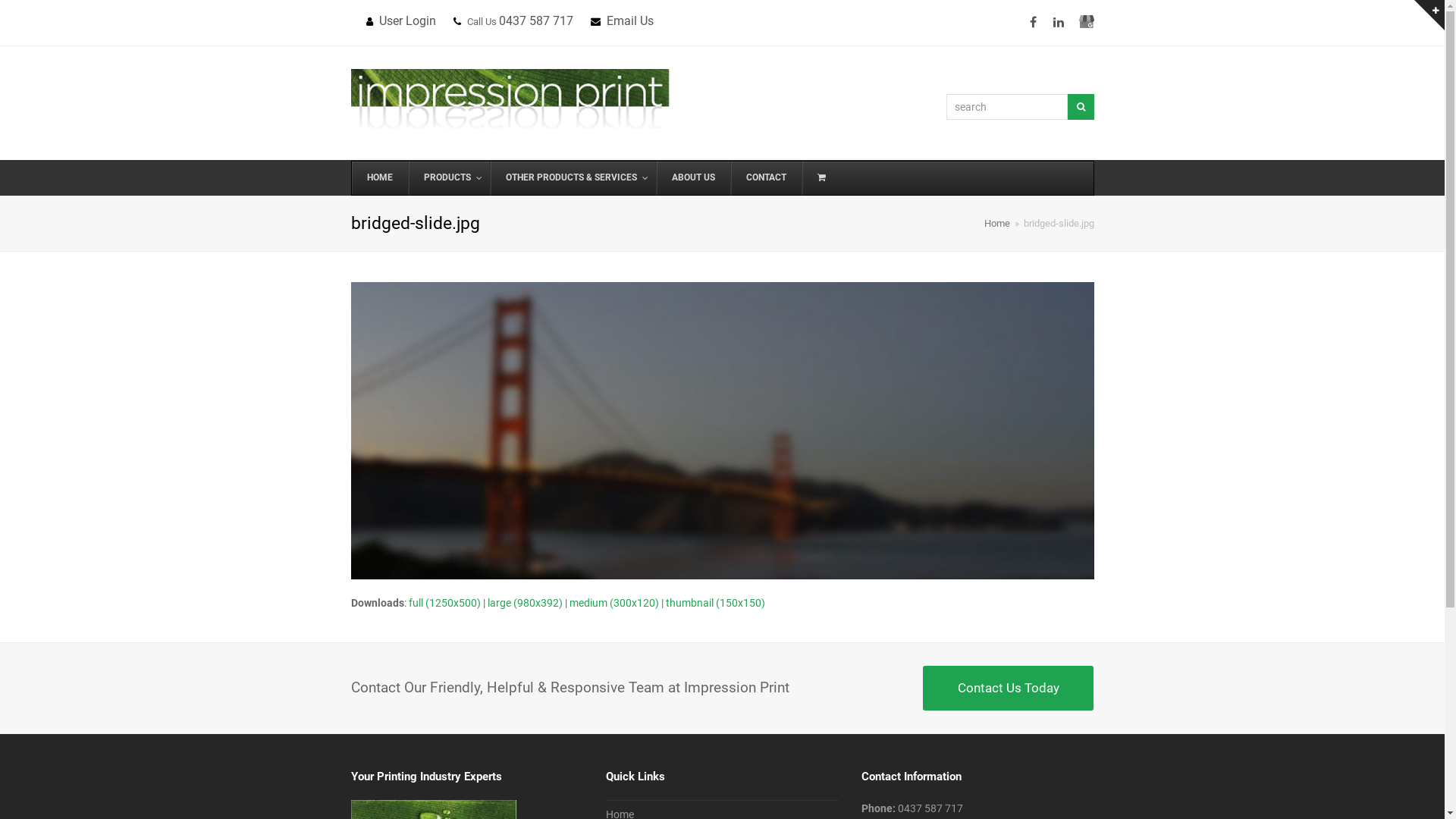  I want to click on 'Search', so click(1066, 106).